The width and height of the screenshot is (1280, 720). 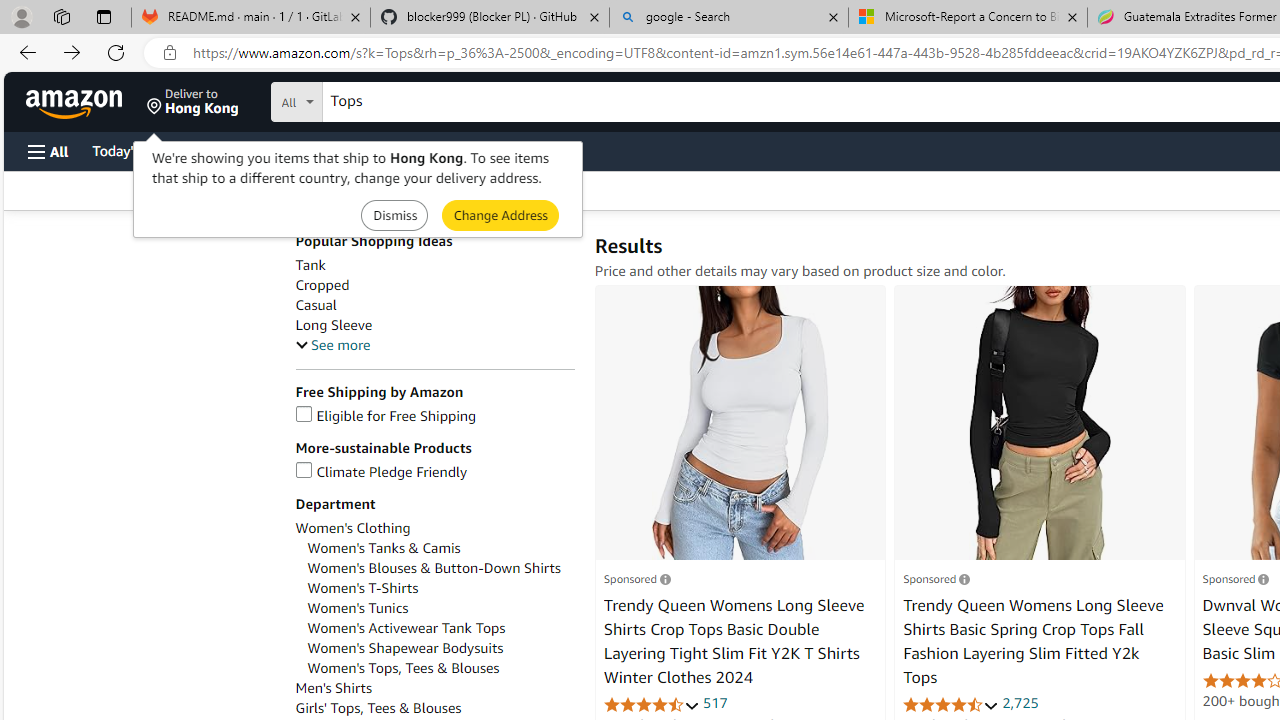 I want to click on 'Eligible for Free Shipping', so click(x=385, y=415).